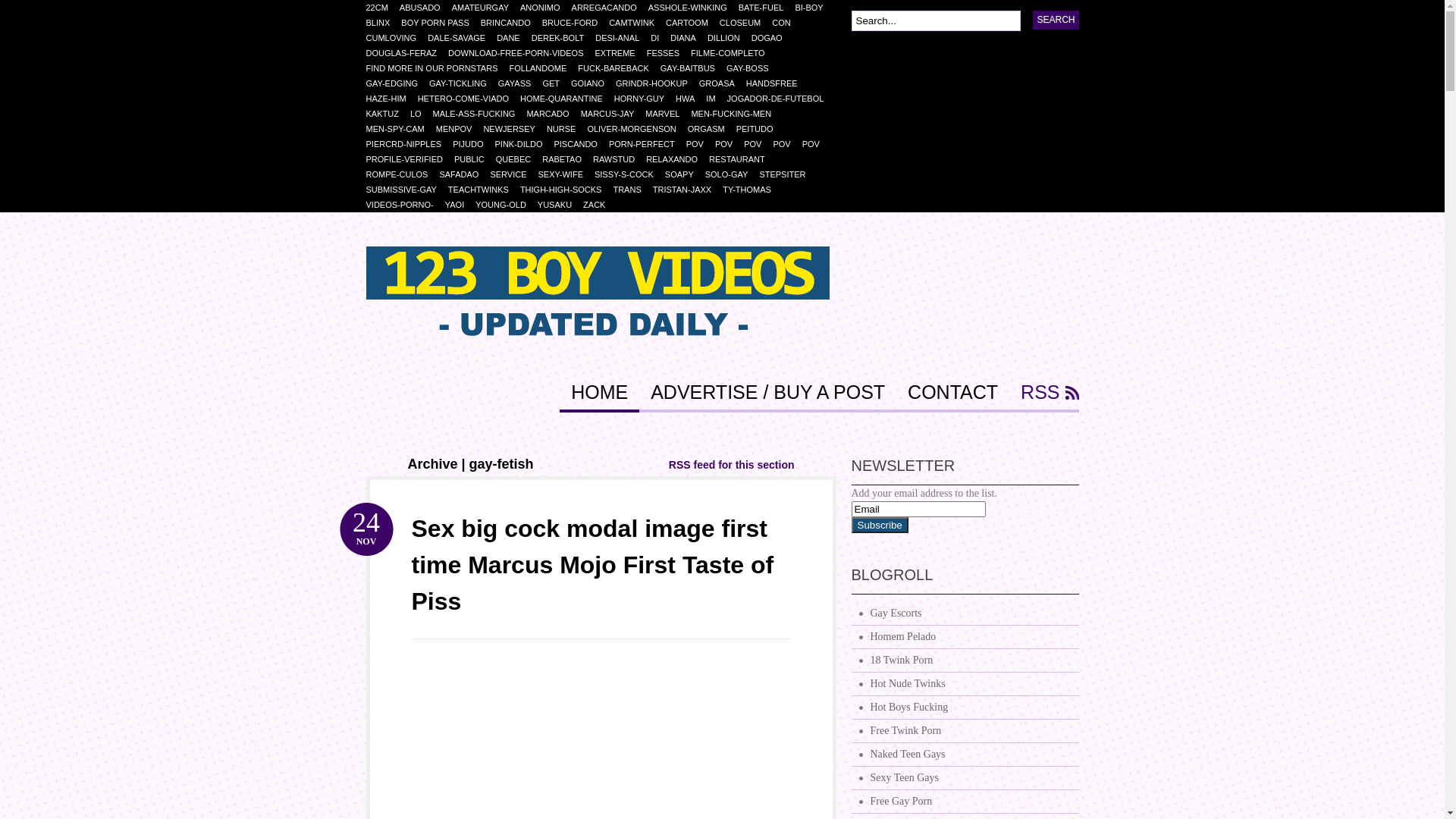 This screenshot has width=1456, height=819. What do you see at coordinates (952, 397) in the screenshot?
I see `'CONTACT'` at bounding box center [952, 397].